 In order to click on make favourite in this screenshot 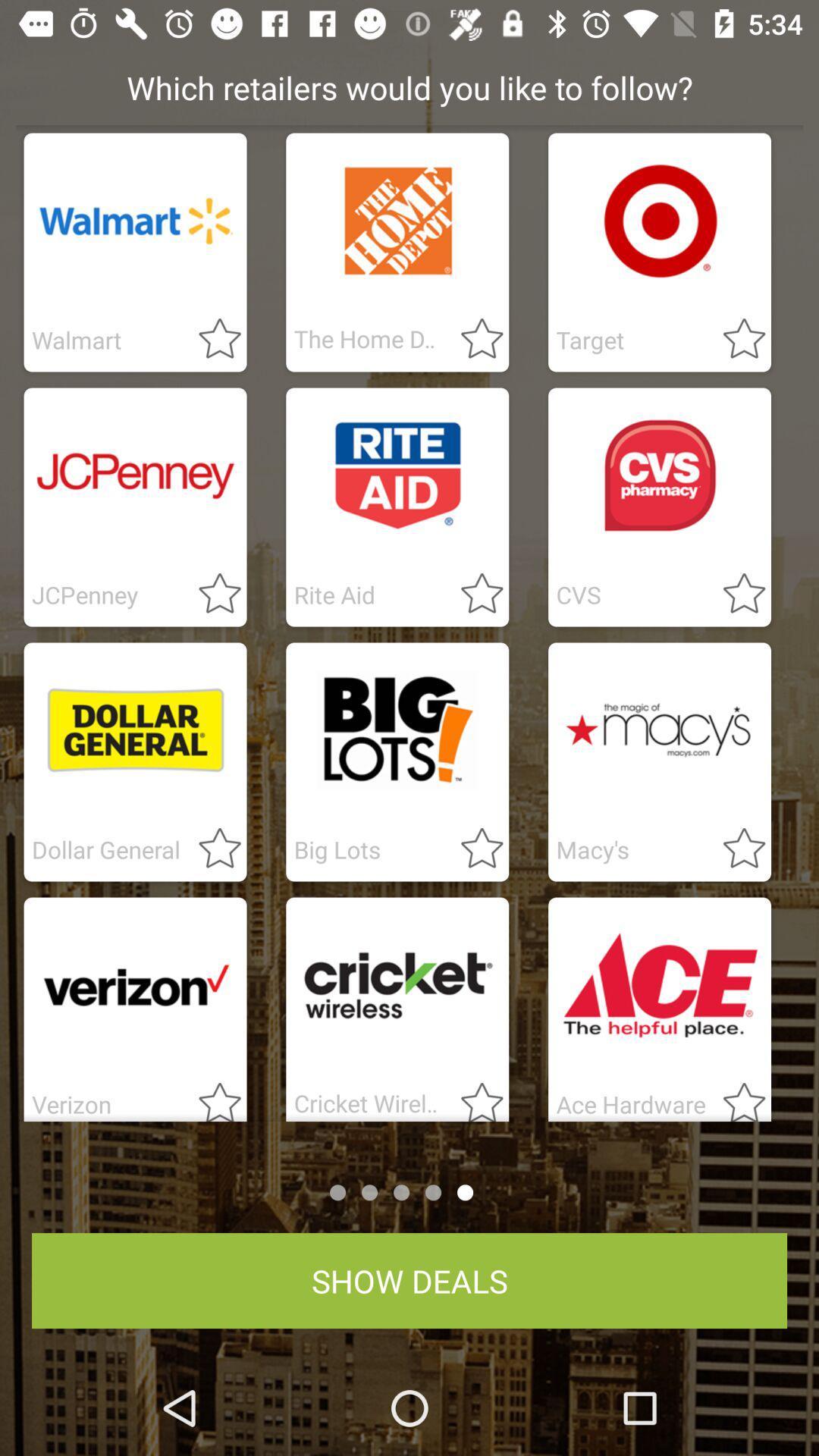, I will do `click(472, 849)`.